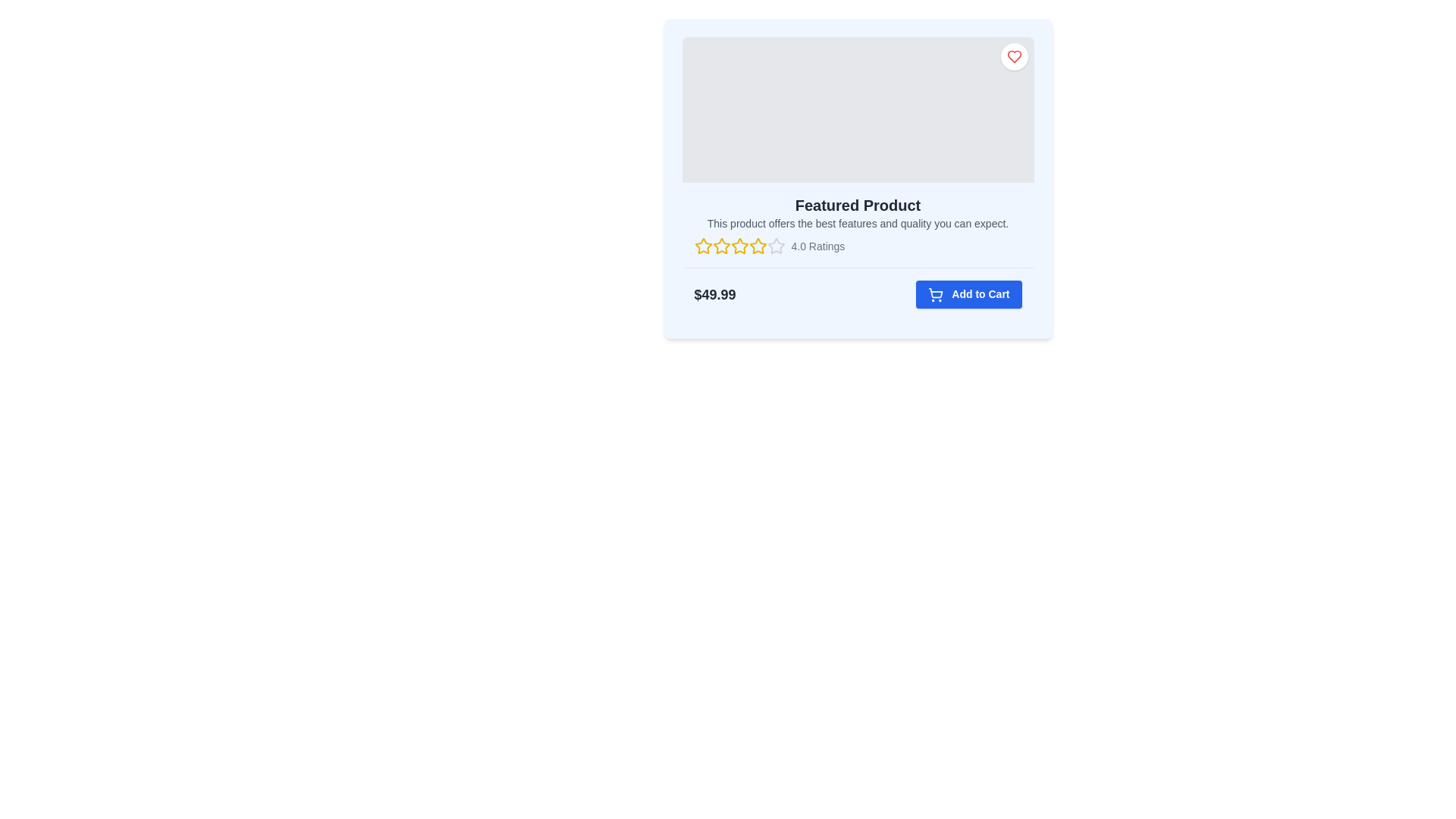 The width and height of the screenshot is (1456, 819). What do you see at coordinates (702, 245) in the screenshot?
I see `the first yellow star rating icon located in the leftmost position of the rating row to set the rating` at bounding box center [702, 245].